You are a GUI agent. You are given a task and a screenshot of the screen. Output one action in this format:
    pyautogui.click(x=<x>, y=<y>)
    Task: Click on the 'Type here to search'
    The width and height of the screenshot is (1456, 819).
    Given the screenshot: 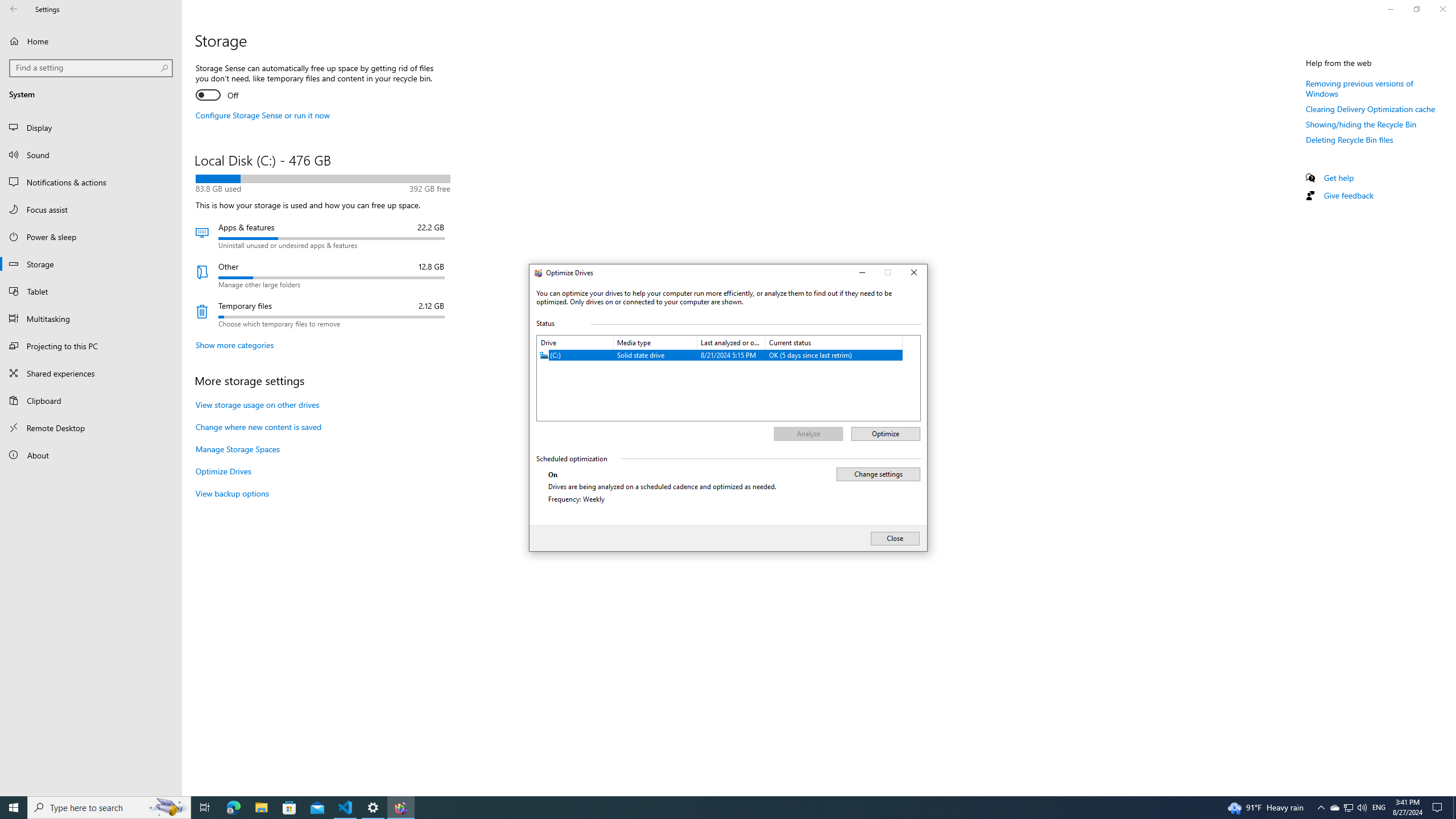 What is the action you would take?
    pyautogui.click(x=109, y=806)
    